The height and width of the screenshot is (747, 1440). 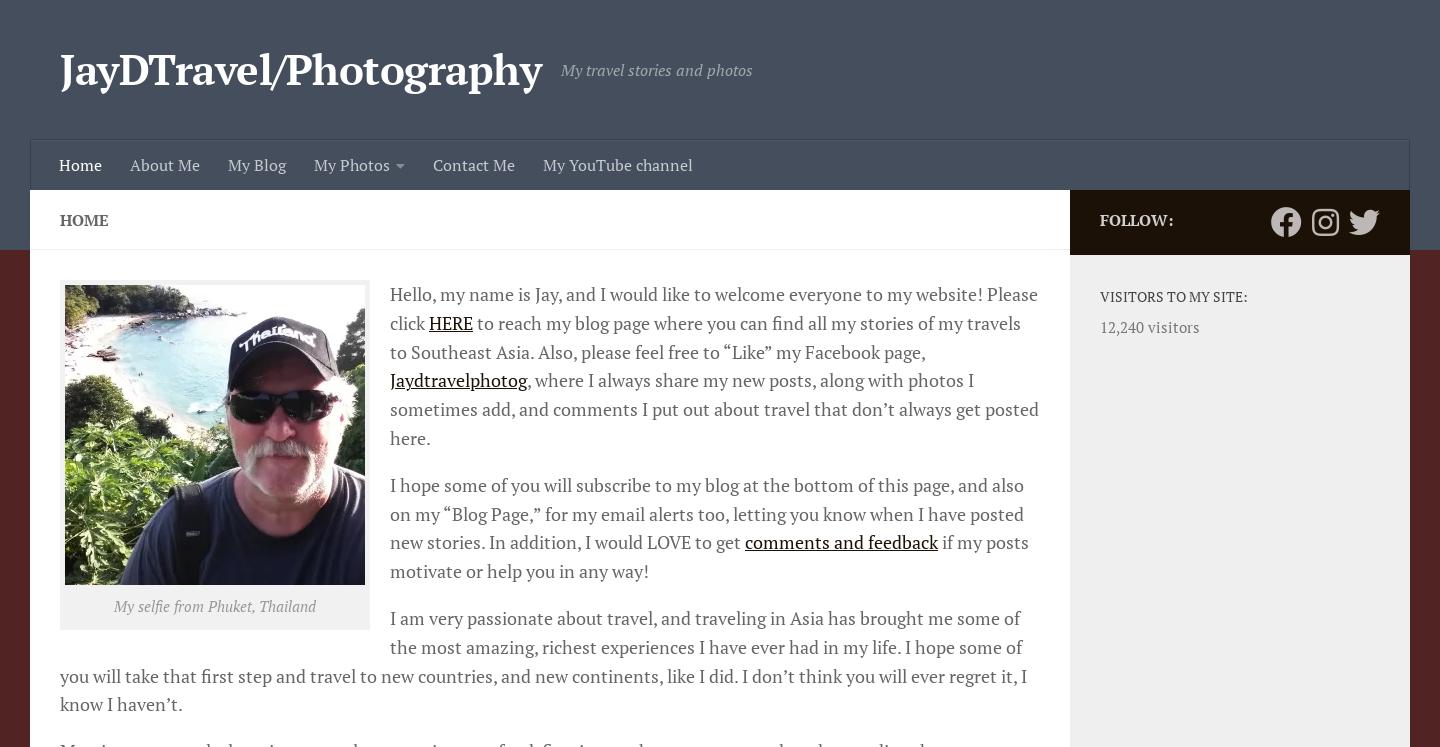 What do you see at coordinates (388, 512) in the screenshot?
I see `'I hope some of you will subscribe to my blog at the bottom of this page, and also on my “Blog Page,” for my email alerts too, letting you know when I have posted new stories. In addition, I would LOVE to get'` at bounding box center [388, 512].